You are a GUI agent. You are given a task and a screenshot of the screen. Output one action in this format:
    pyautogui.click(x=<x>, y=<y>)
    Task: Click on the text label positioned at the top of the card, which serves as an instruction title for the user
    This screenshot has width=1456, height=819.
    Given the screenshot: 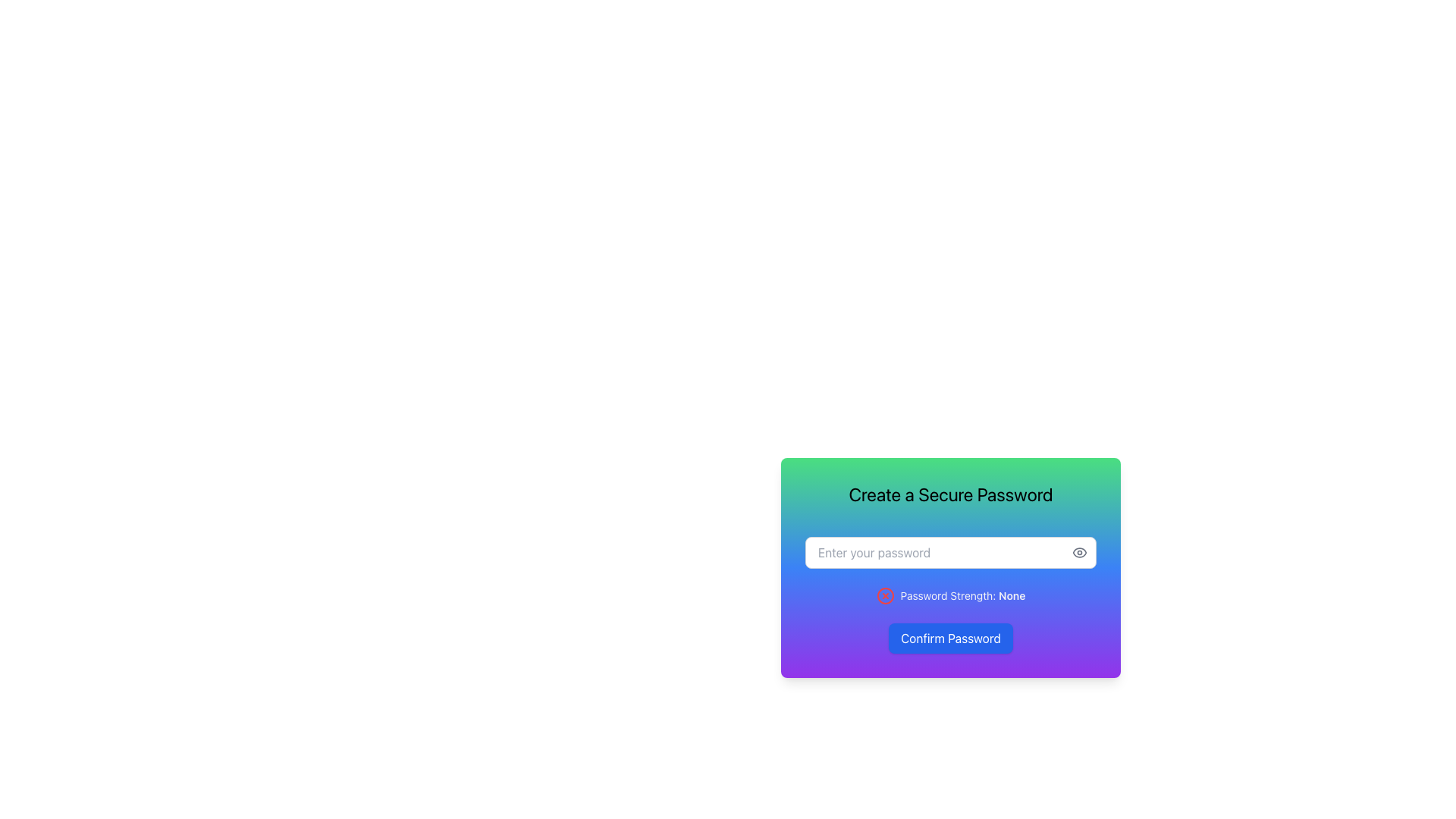 What is the action you would take?
    pyautogui.click(x=949, y=494)
    